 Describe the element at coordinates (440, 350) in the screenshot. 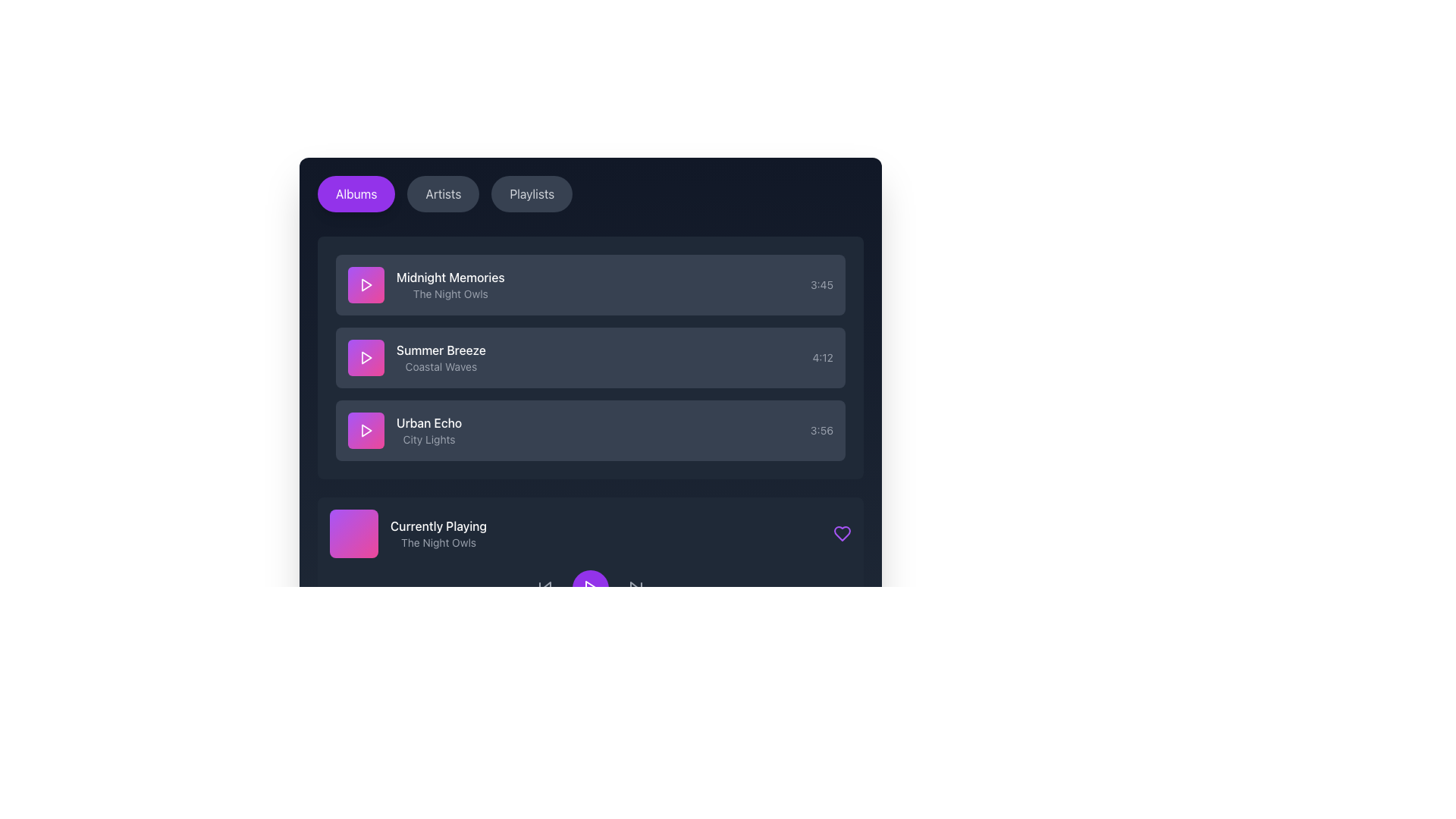

I see `the title text label of the list item representing a music track, located directly above the subtitle 'Coastal Waves'` at that location.